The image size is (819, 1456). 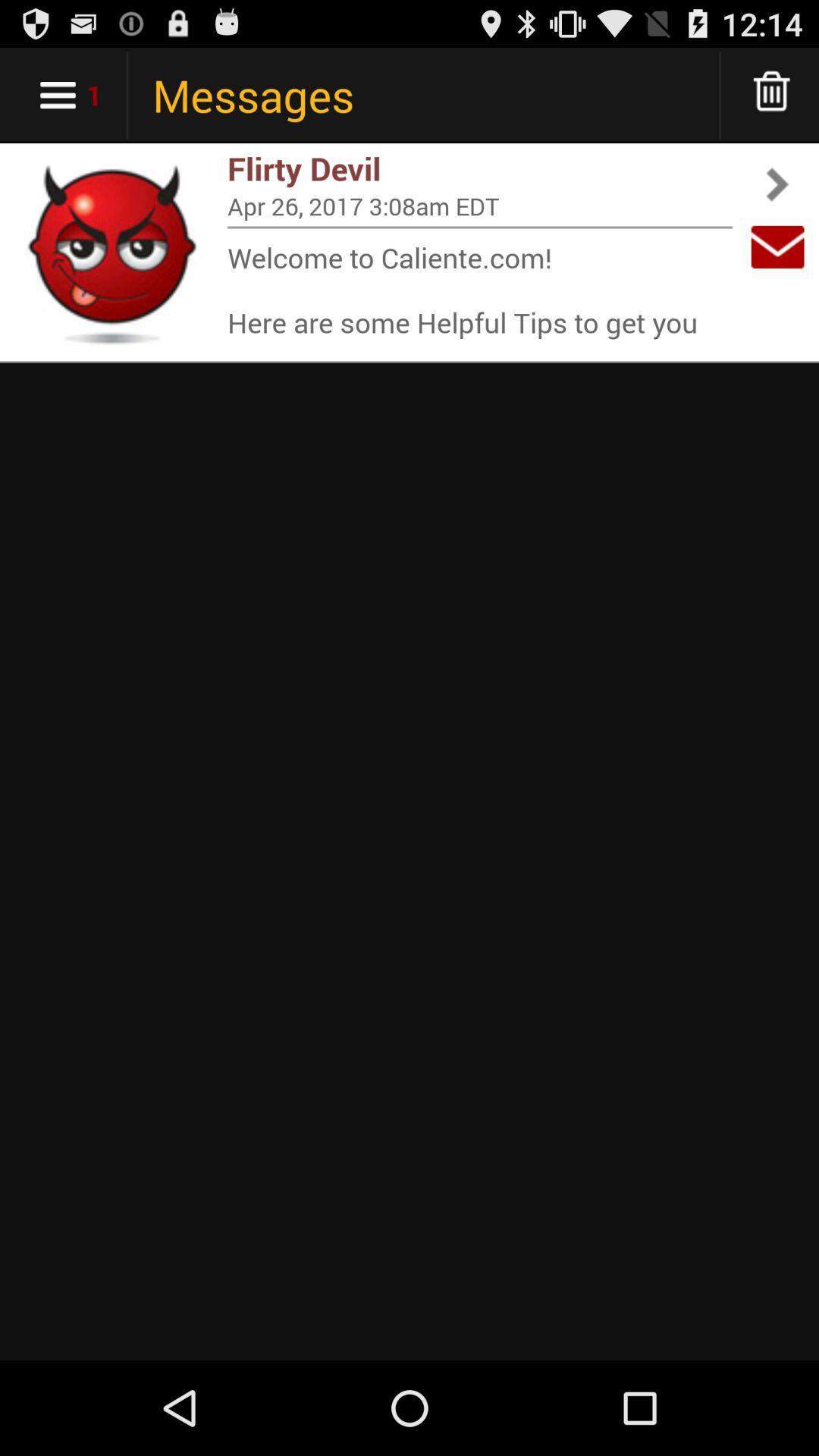 I want to click on the apr 26 2017 item, so click(x=479, y=205).